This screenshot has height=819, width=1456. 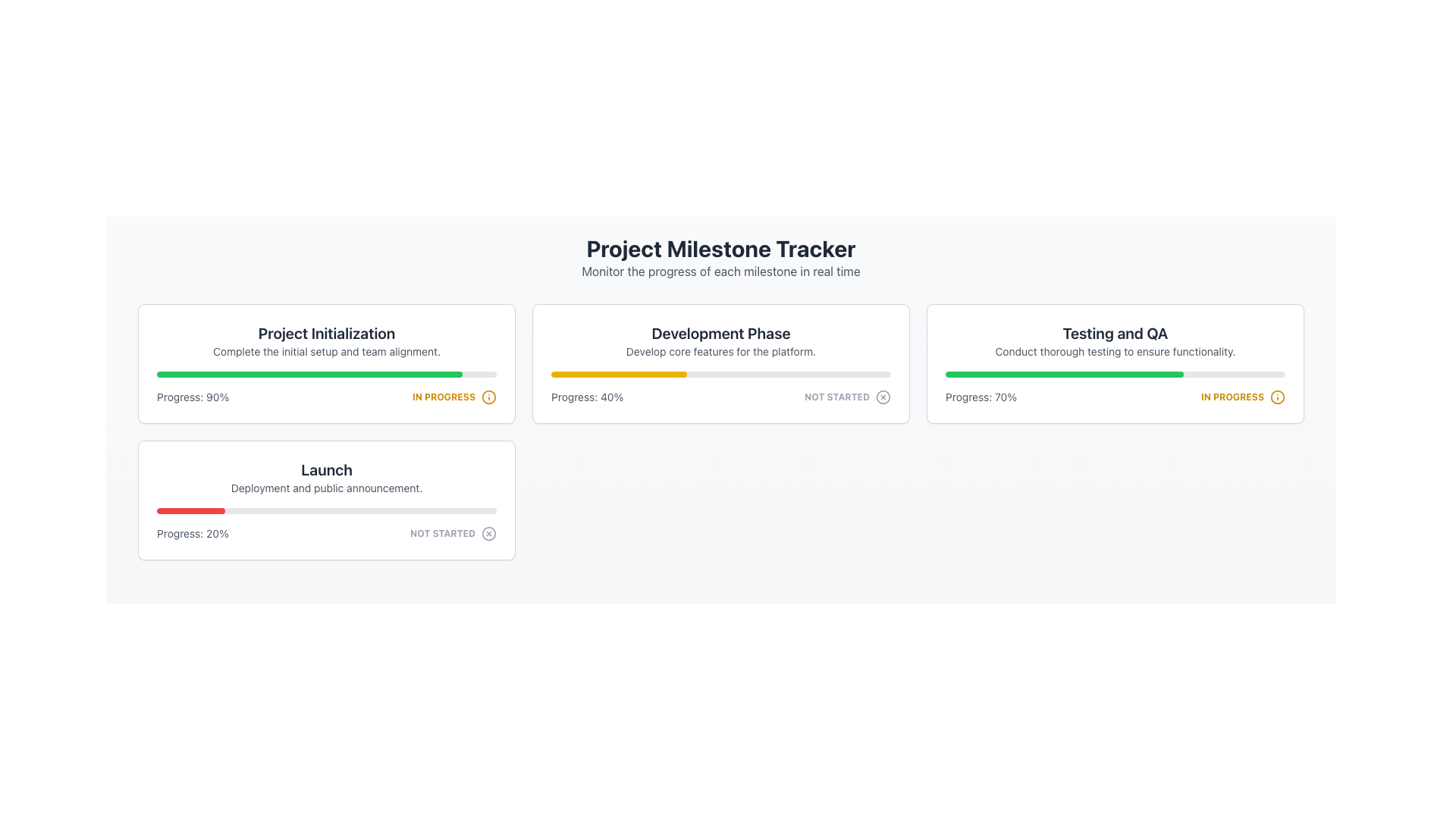 I want to click on the Status Icon located within the 'Development Phase' milestone card, positioned to the right of the 'Not Started' label, so click(x=883, y=397).